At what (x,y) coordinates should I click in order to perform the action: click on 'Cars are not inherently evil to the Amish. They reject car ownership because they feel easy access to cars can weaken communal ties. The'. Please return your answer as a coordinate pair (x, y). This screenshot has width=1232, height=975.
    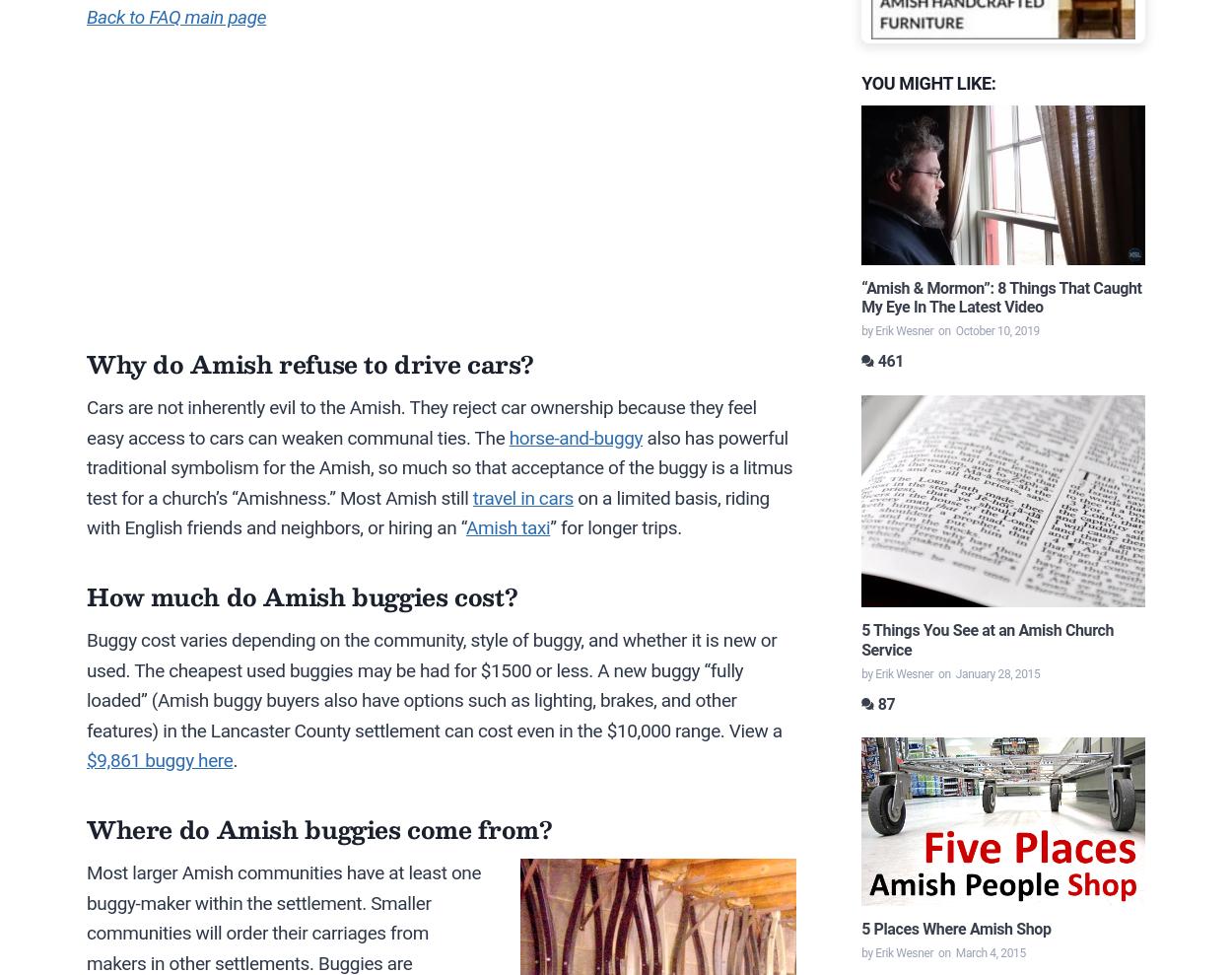
    Looking at the image, I should click on (421, 422).